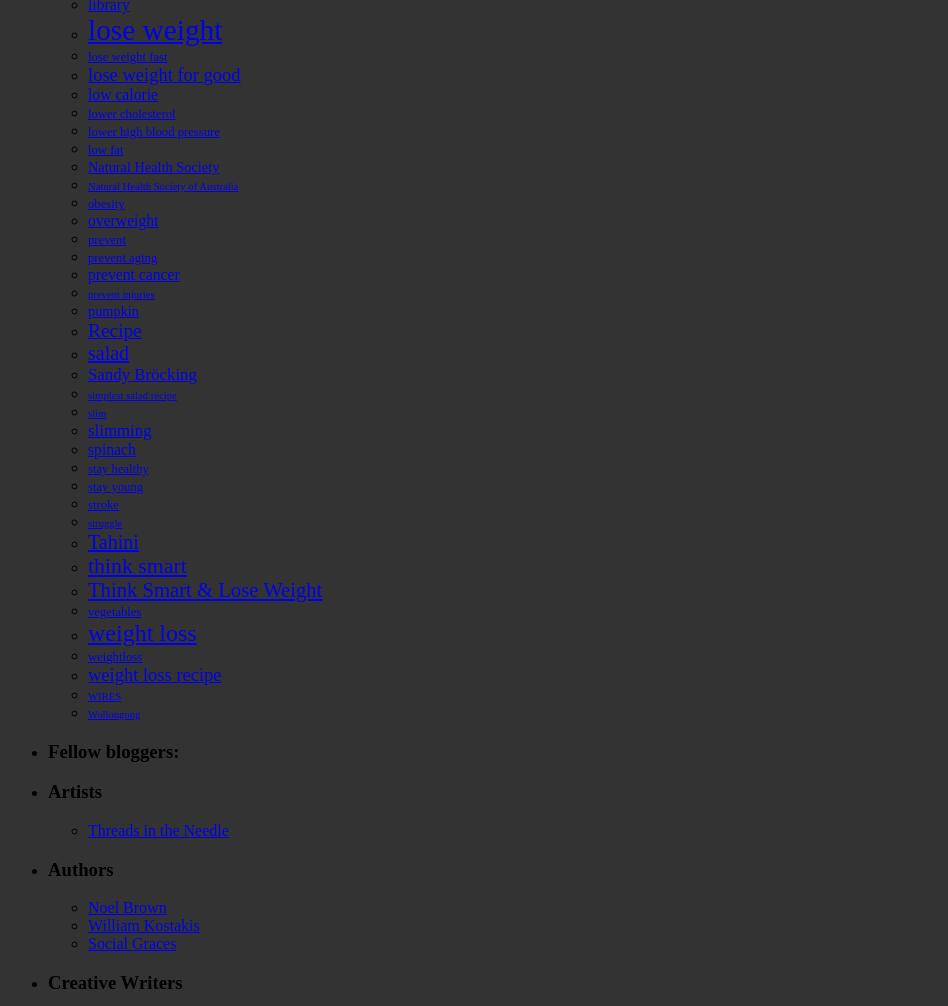 This screenshot has height=1006, width=948. What do you see at coordinates (114, 328) in the screenshot?
I see `'Recipe'` at bounding box center [114, 328].